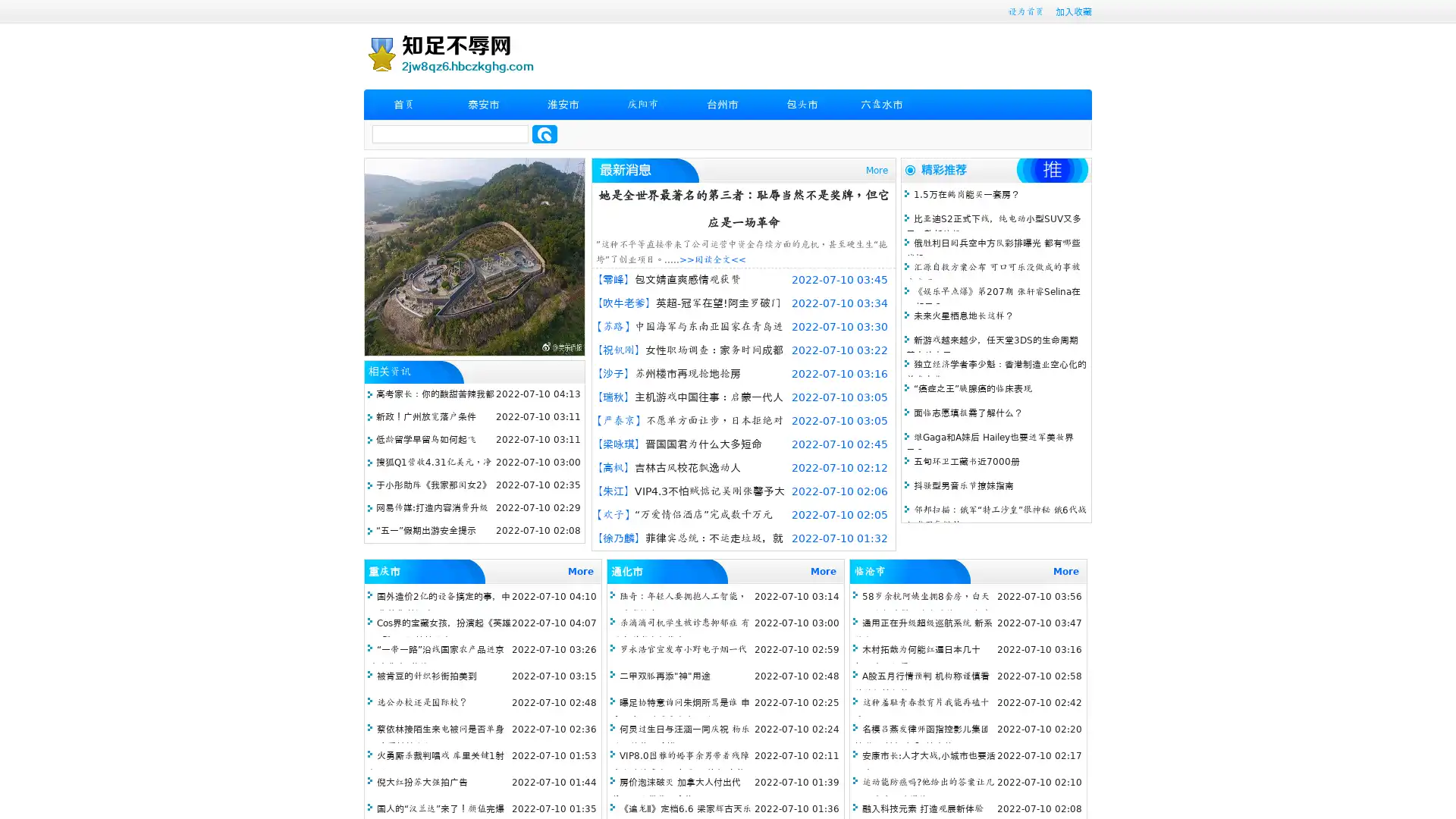 This screenshot has height=819, width=1456. Describe the element at coordinates (544, 133) in the screenshot. I see `Search` at that location.